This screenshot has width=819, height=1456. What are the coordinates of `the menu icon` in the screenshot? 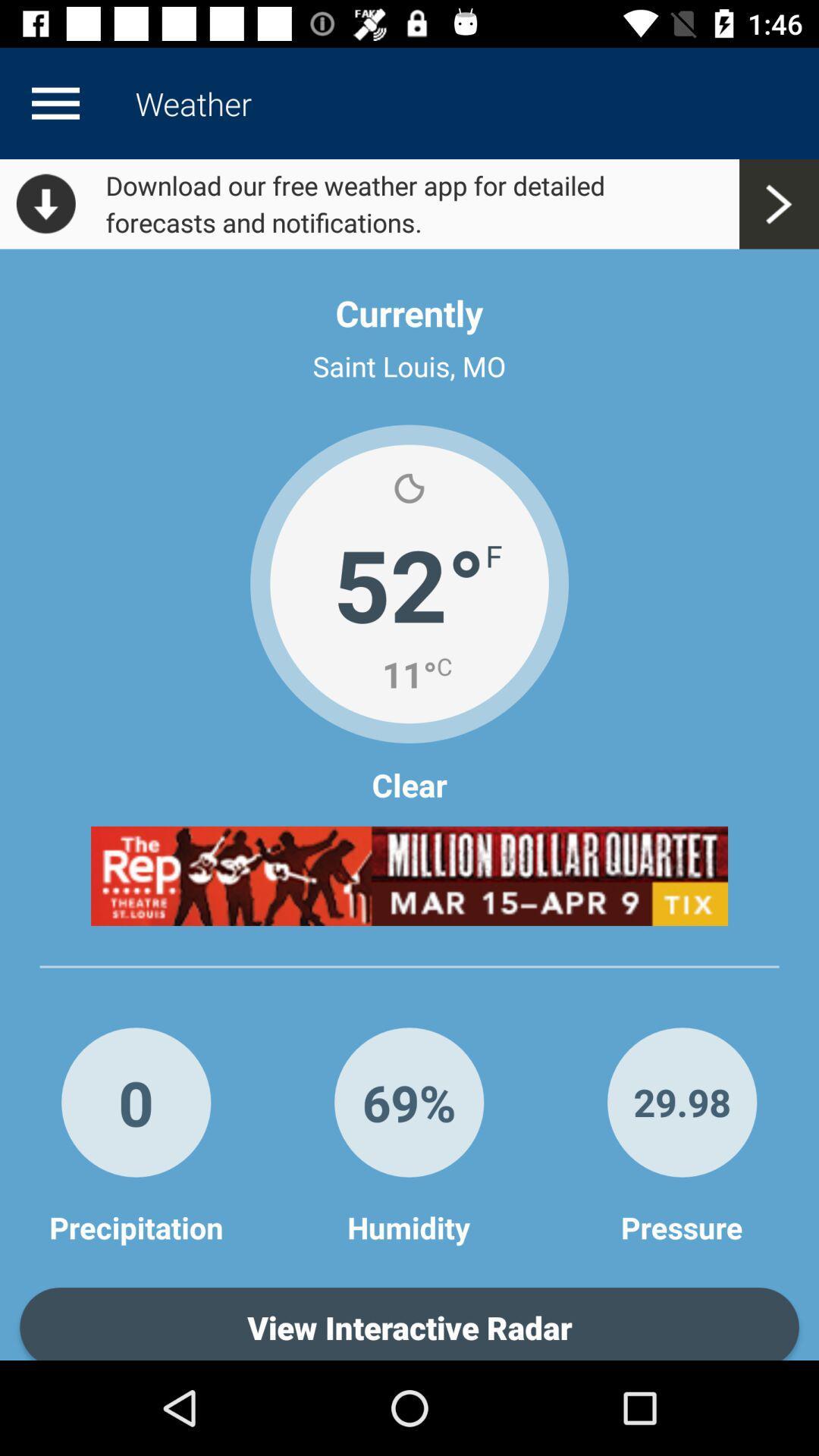 It's located at (55, 102).